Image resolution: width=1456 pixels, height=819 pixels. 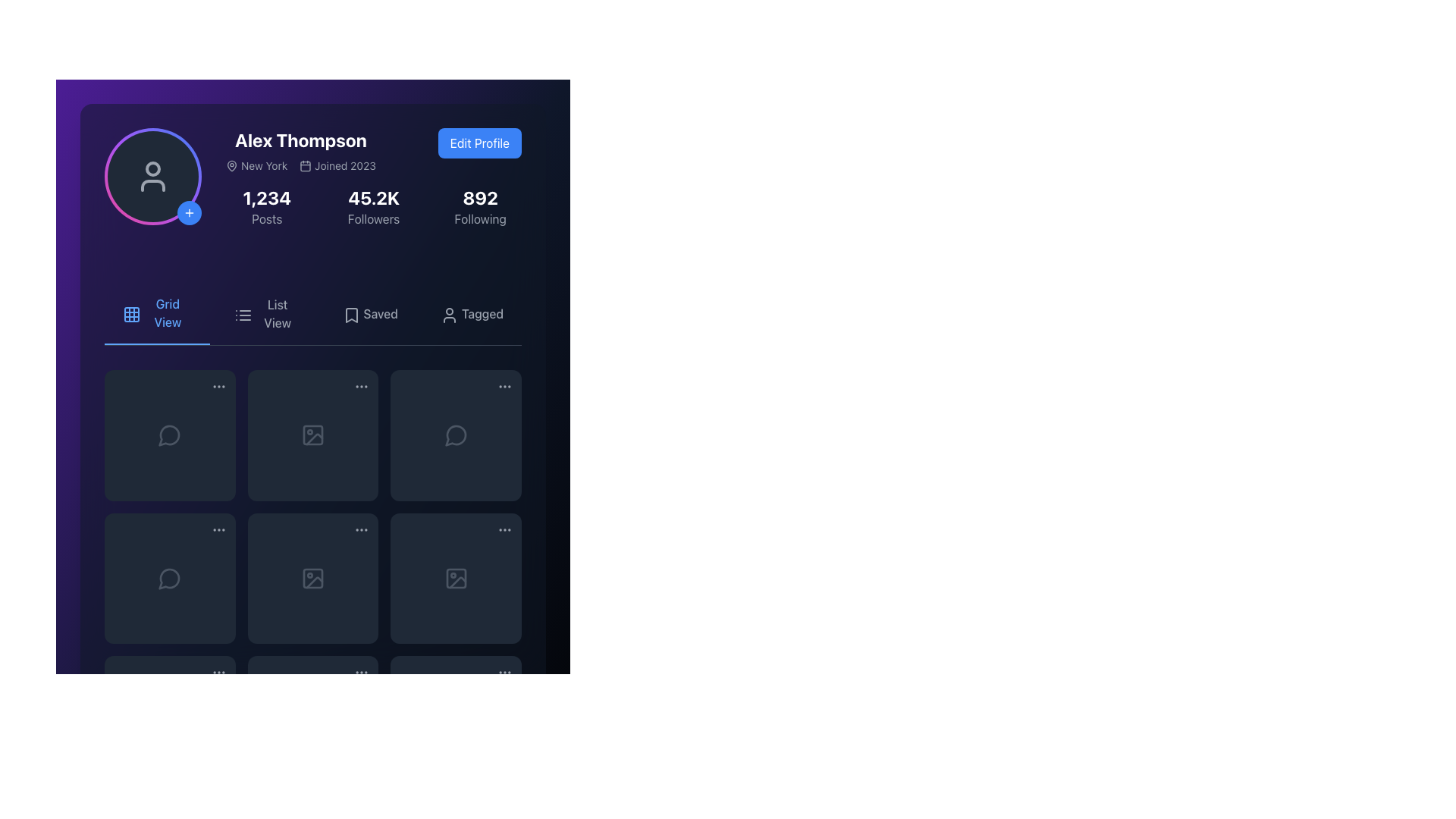 What do you see at coordinates (457, 582) in the screenshot?
I see `the icon that serves as a visual indicator for an unavailable or missing image in the bottom-left corner square of a 3x3 grid layout` at bounding box center [457, 582].